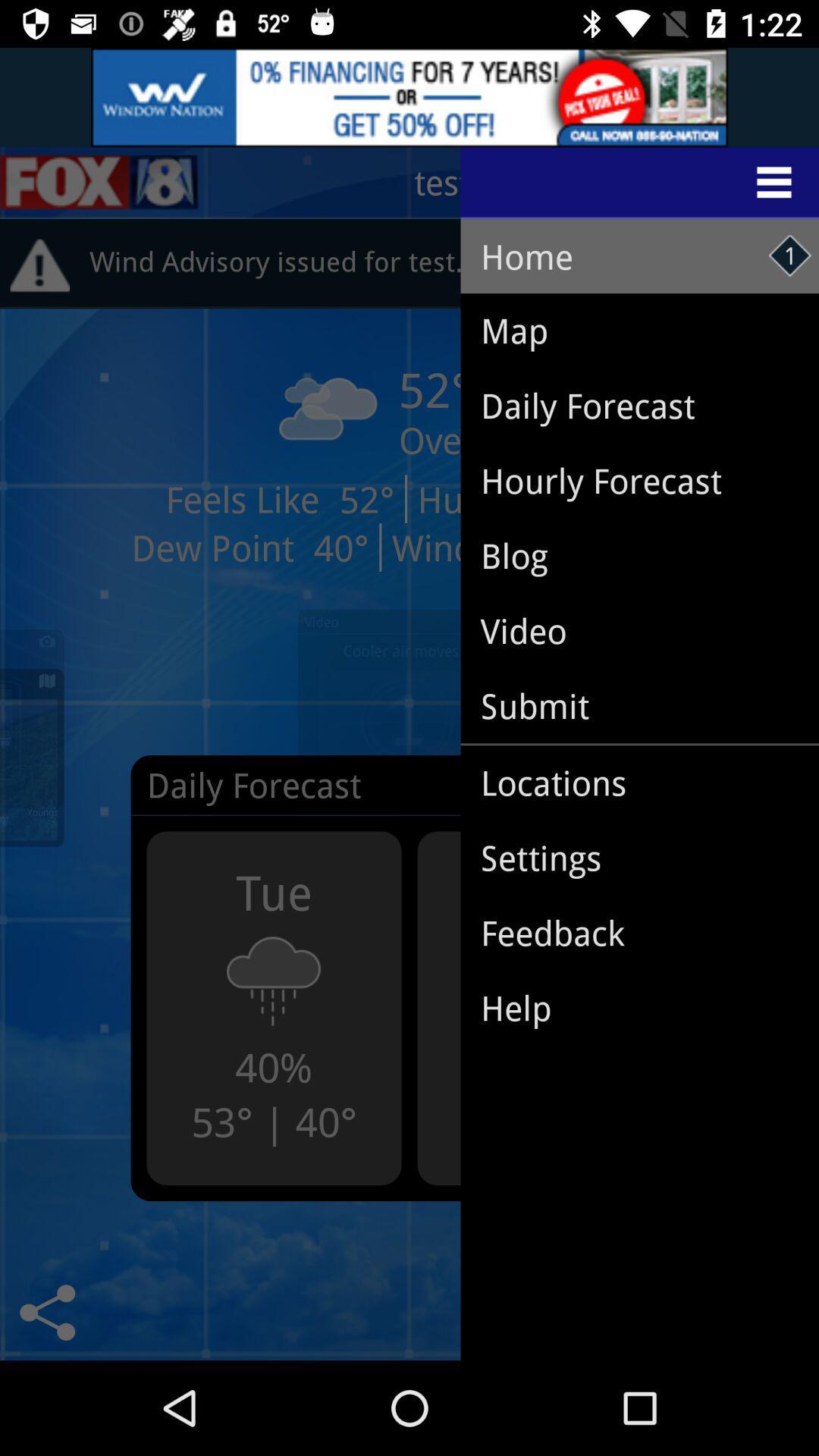 The height and width of the screenshot is (1456, 819). I want to click on the share button on the bottom, so click(46, 1312).